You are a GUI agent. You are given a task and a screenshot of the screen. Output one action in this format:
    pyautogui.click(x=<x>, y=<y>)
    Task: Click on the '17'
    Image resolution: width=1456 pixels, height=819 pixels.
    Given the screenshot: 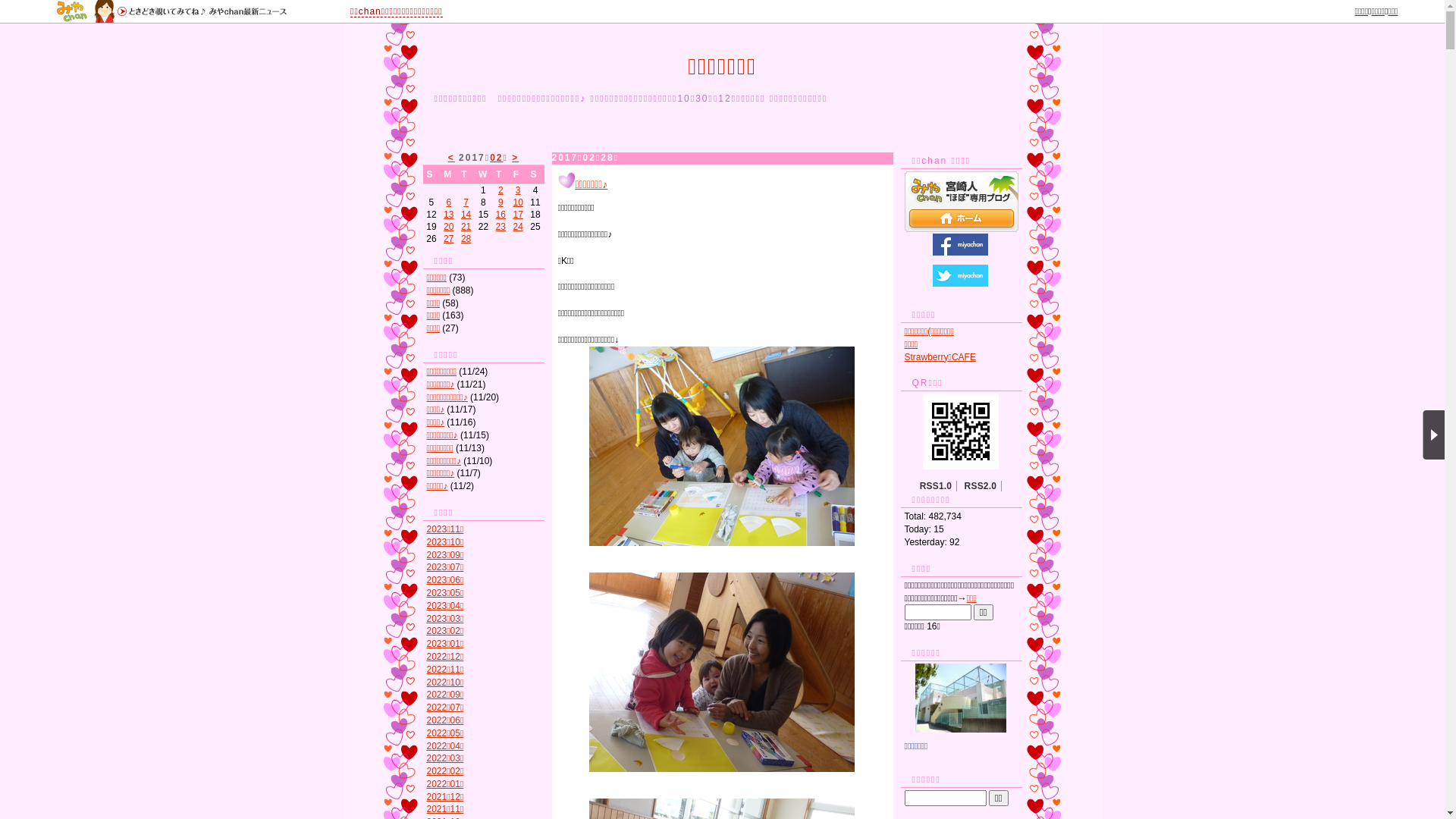 What is the action you would take?
    pyautogui.click(x=513, y=214)
    